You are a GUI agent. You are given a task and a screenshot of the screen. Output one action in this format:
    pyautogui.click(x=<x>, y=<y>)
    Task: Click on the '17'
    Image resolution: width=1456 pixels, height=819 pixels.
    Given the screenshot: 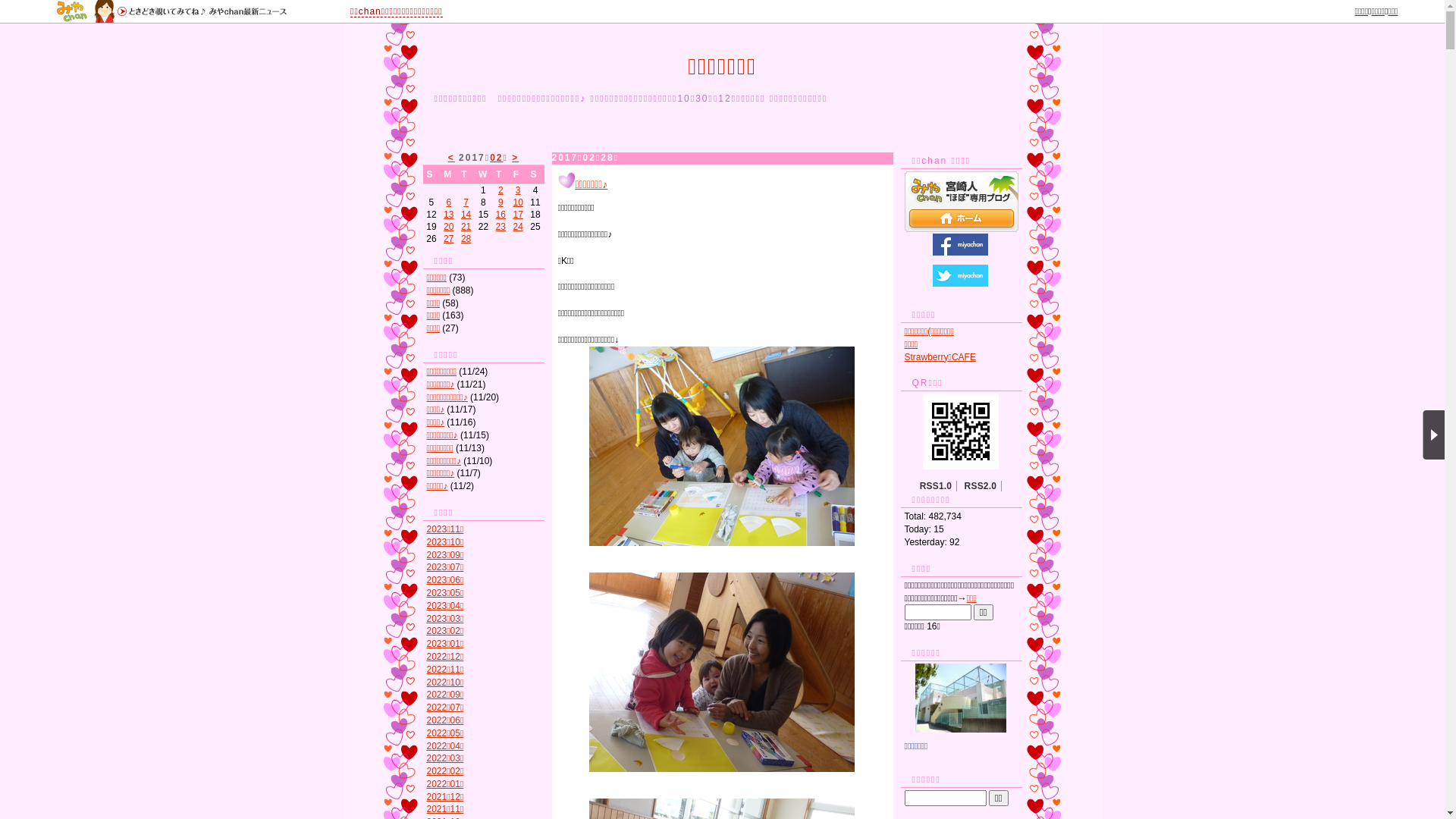 What is the action you would take?
    pyautogui.click(x=513, y=214)
    